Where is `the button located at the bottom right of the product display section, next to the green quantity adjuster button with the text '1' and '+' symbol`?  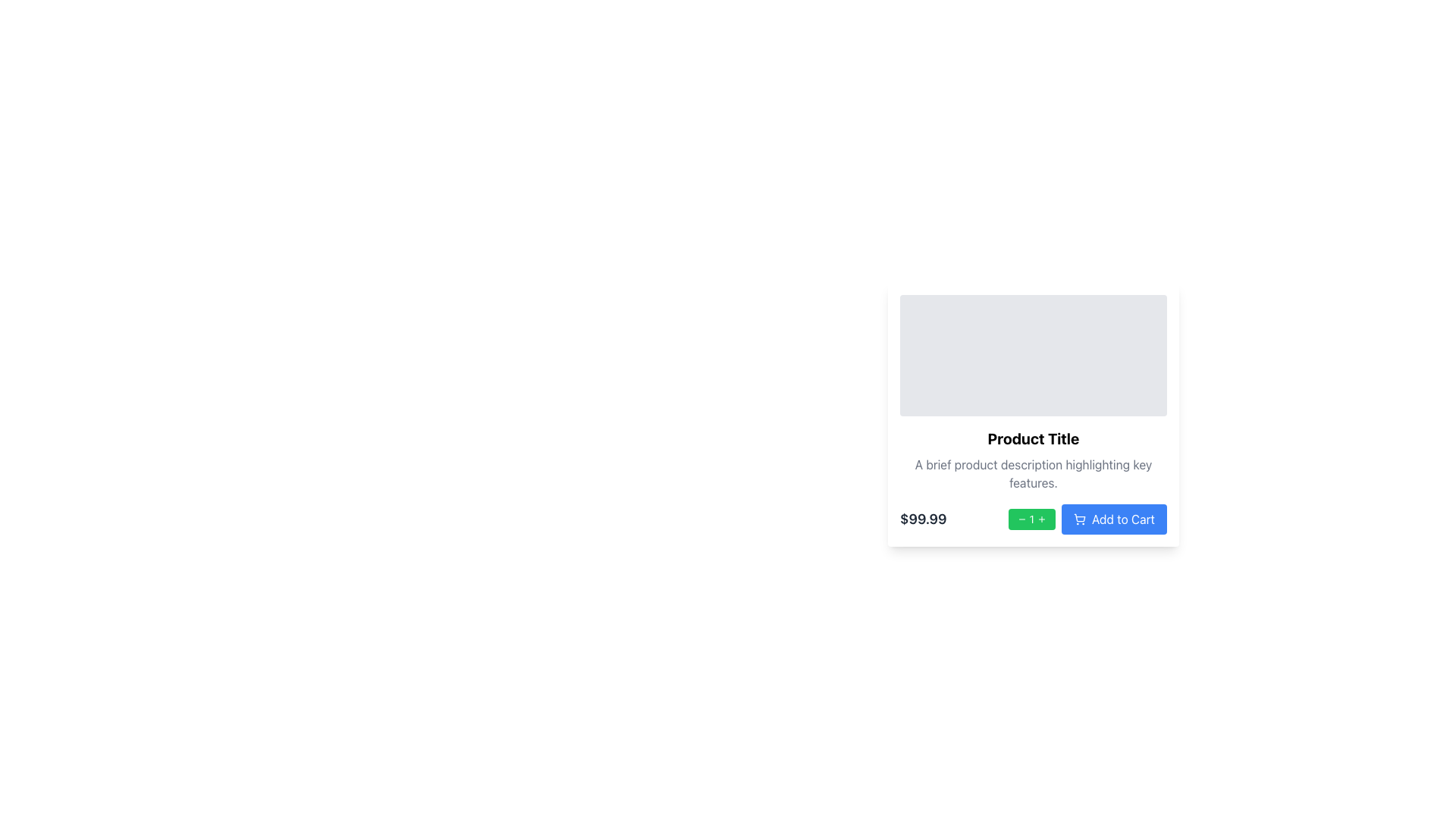
the button located at the bottom right of the product display section, next to the green quantity adjuster button with the text '1' and '+' symbol is located at coordinates (1114, 519).